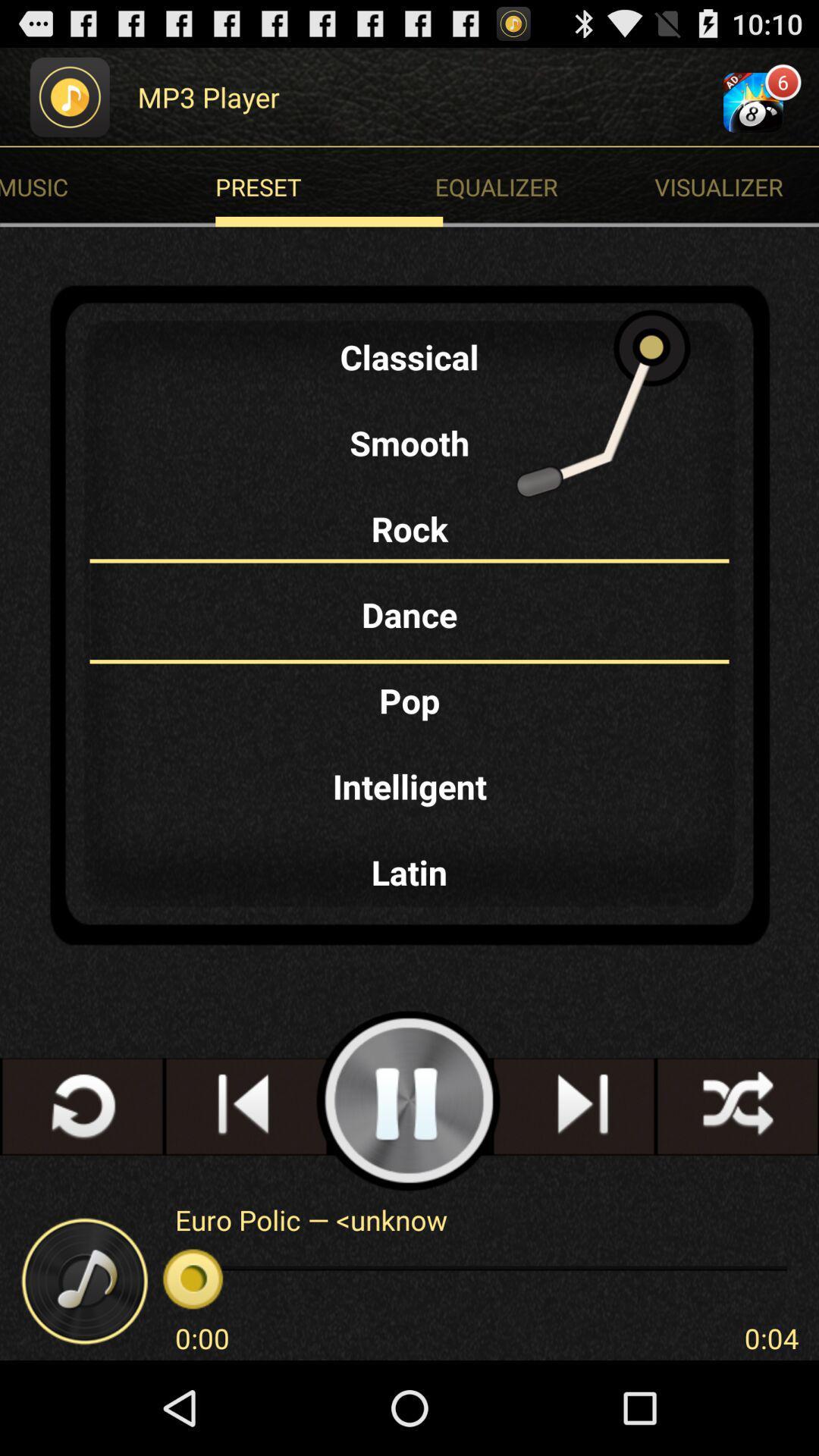 The image size is (819, 1456). Describe the element at coordinates (328, 186) in the screenshot. I see `preset at the top` at that location.